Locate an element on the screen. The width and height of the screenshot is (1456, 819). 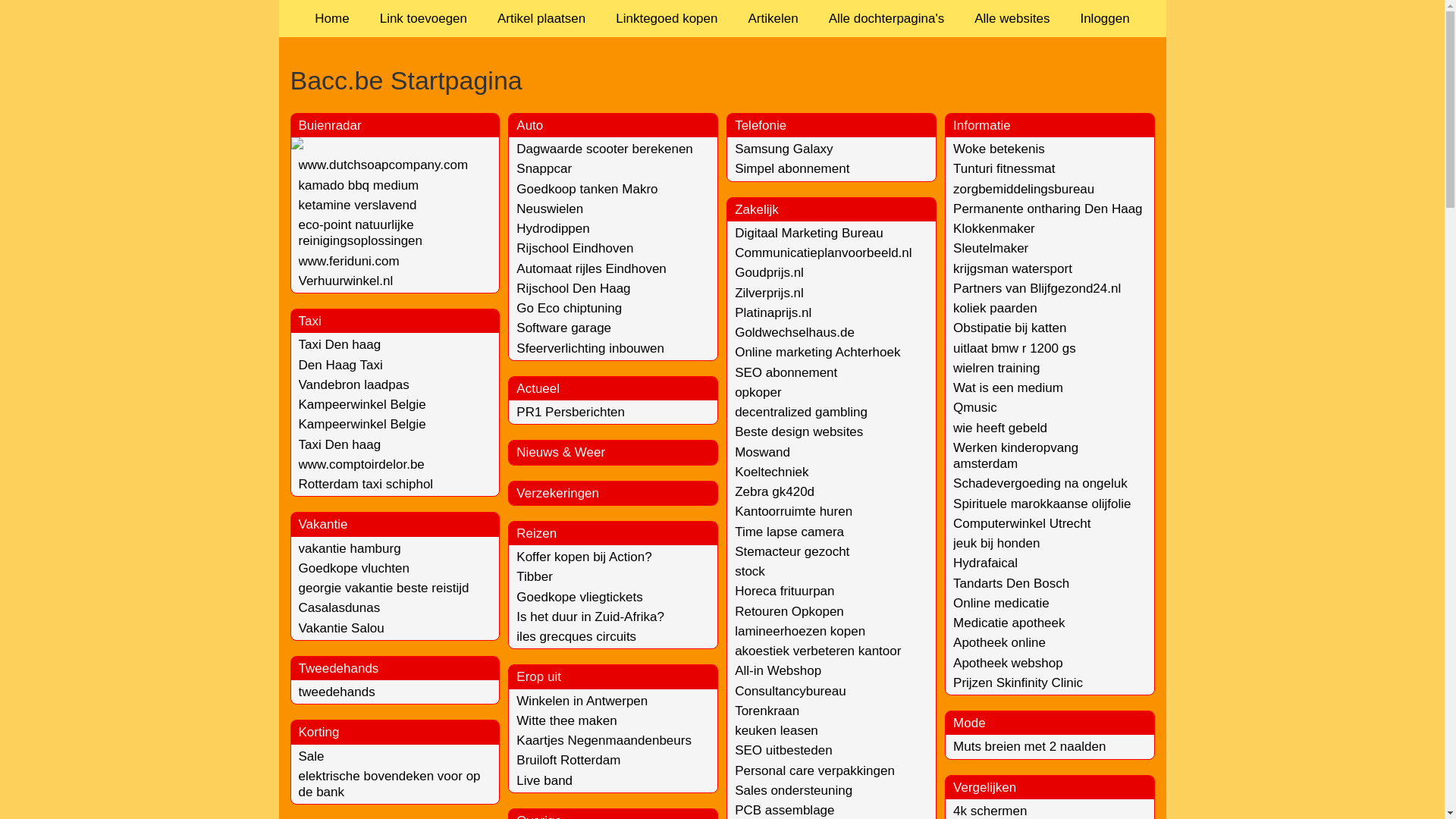
'Communicatieplanvoorbeeld.nl' is located at coordinates (822, 252).